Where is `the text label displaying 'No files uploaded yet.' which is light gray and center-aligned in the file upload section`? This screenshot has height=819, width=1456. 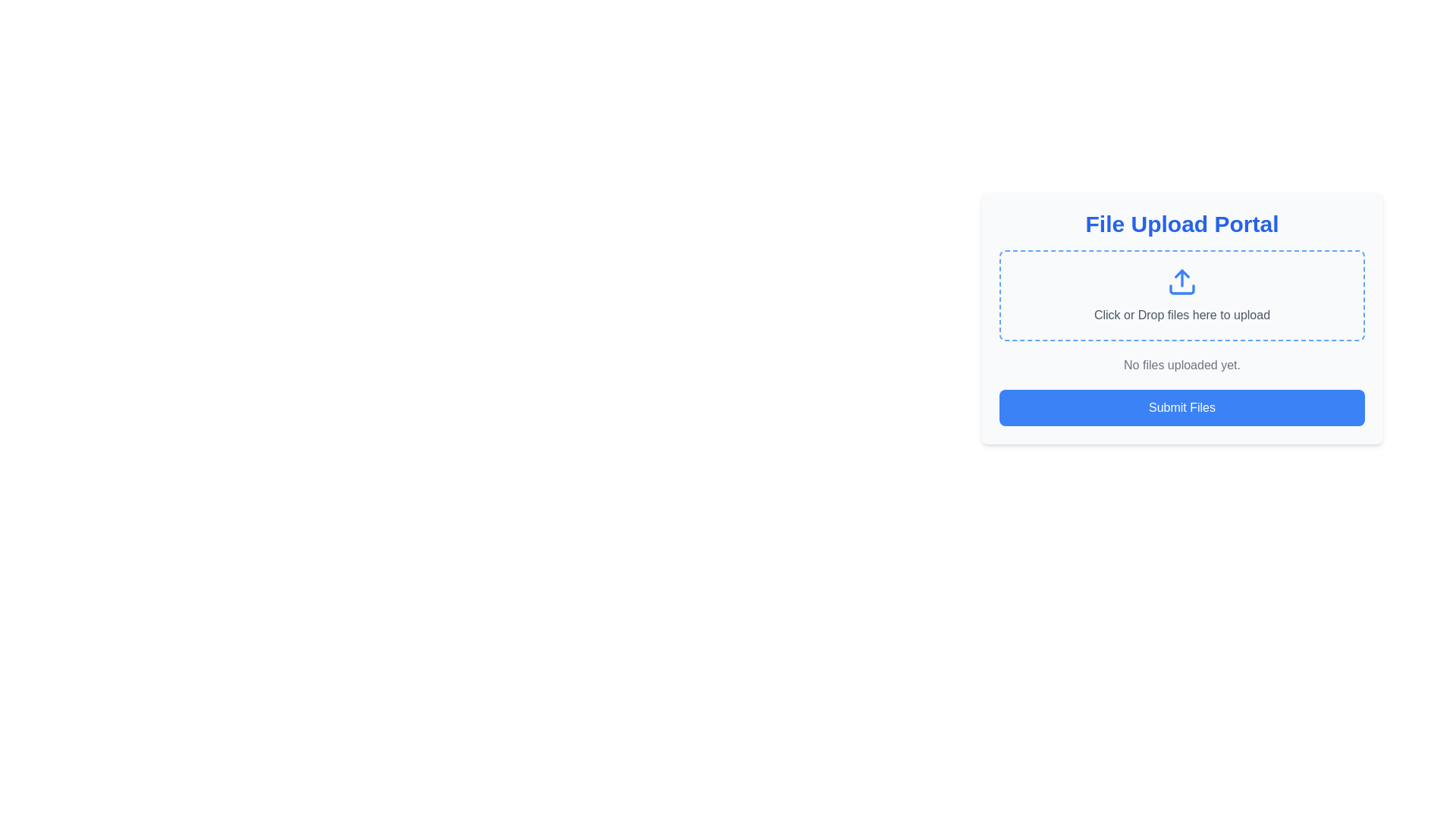 the text label displaying 'No files uploaded yet.' which is light gray and center-aligned in the file upload section is located at coordinates (1181, 366).